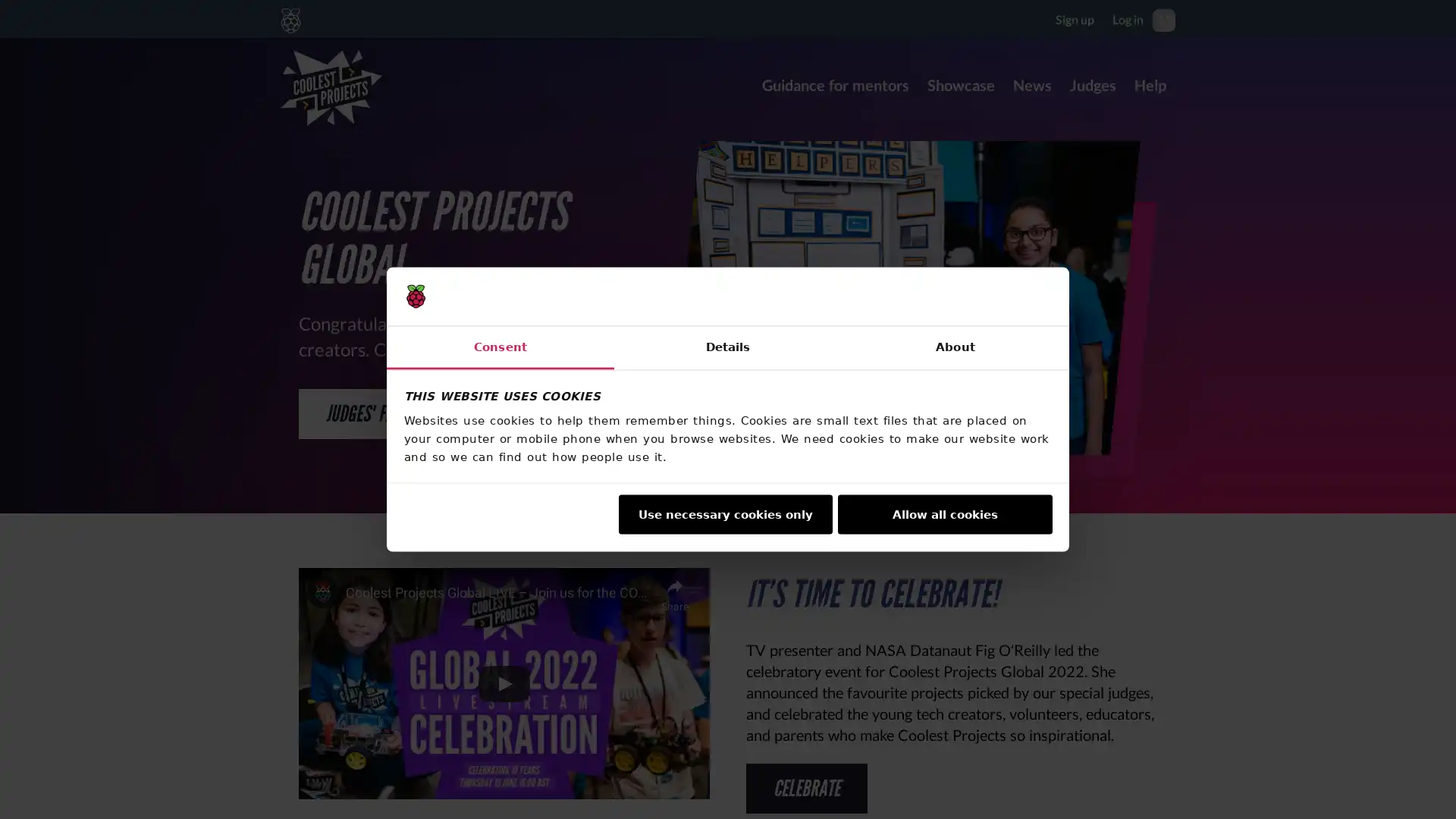 This screenshot has width=1456, height=819. What do you see at coordinates (1074, 18) in the screenshot?
I see `Sign up` at bounding box center [1074, 18].